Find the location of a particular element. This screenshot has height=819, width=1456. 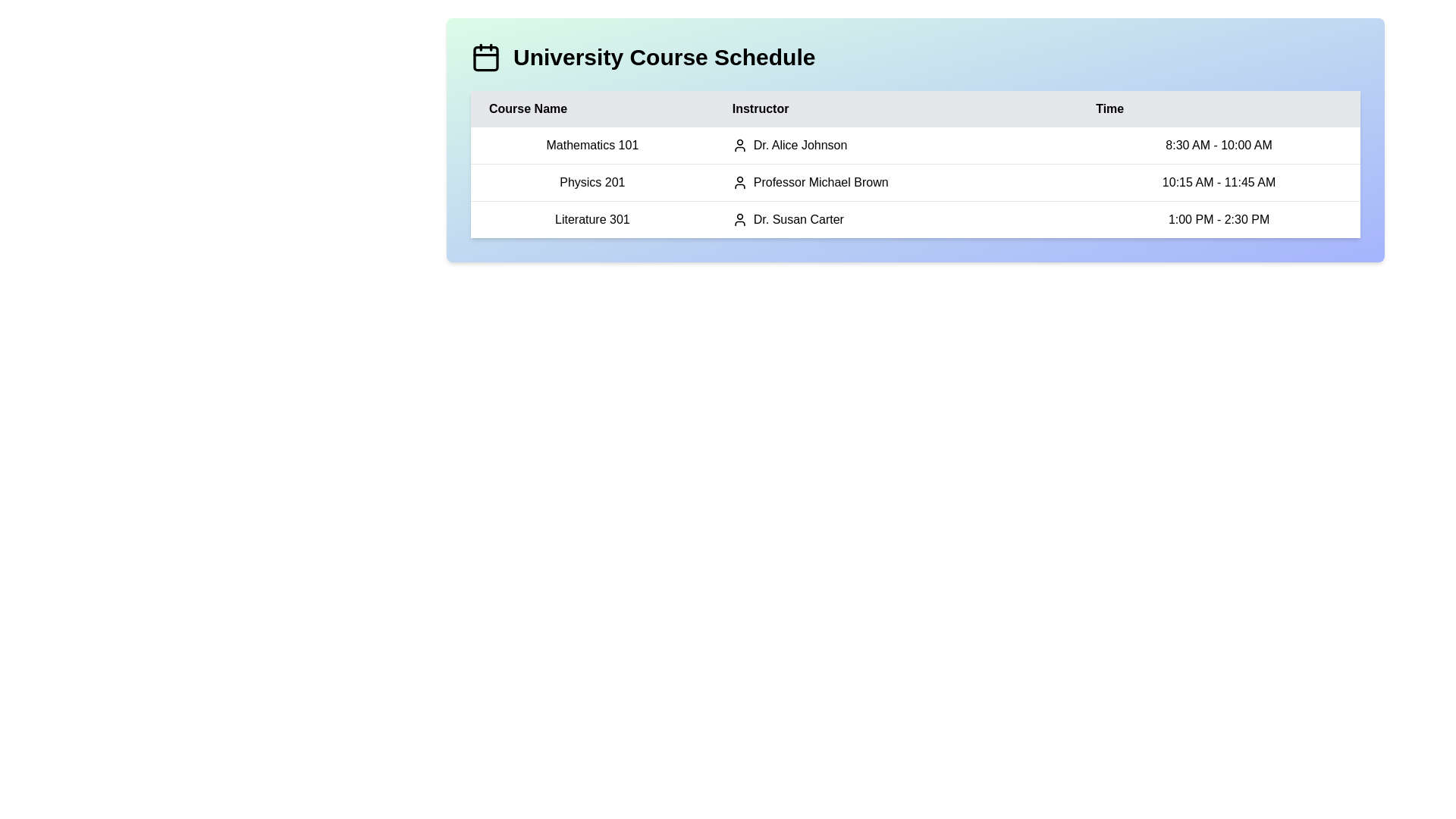

the Label displaying the time '1:00 PM - 2:30 PM' in the schedule for the 'Literature 301' course is located at coordinates (1219, 219).